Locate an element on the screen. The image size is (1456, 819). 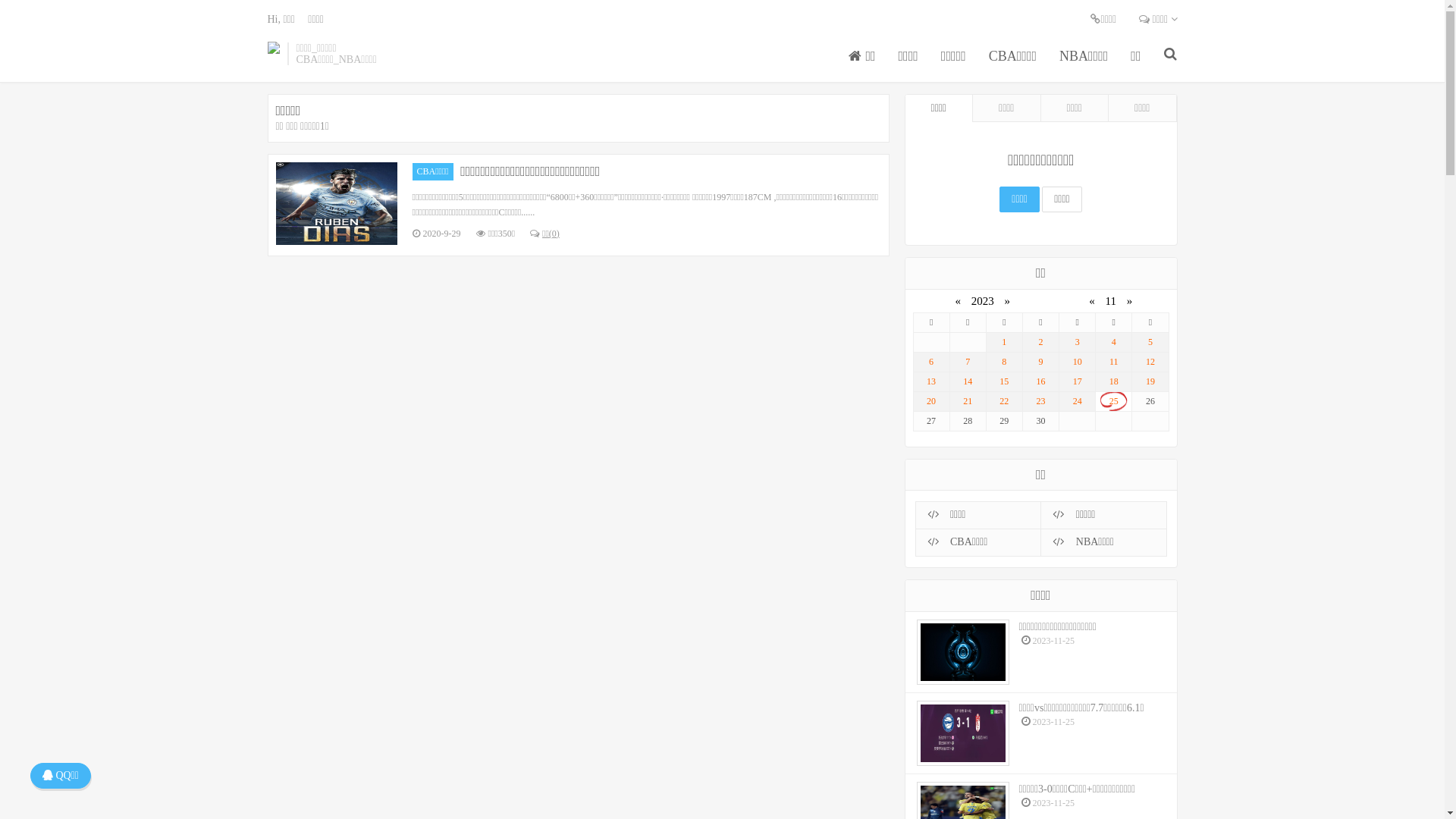
'2' is located at coordinates (1040, 342).